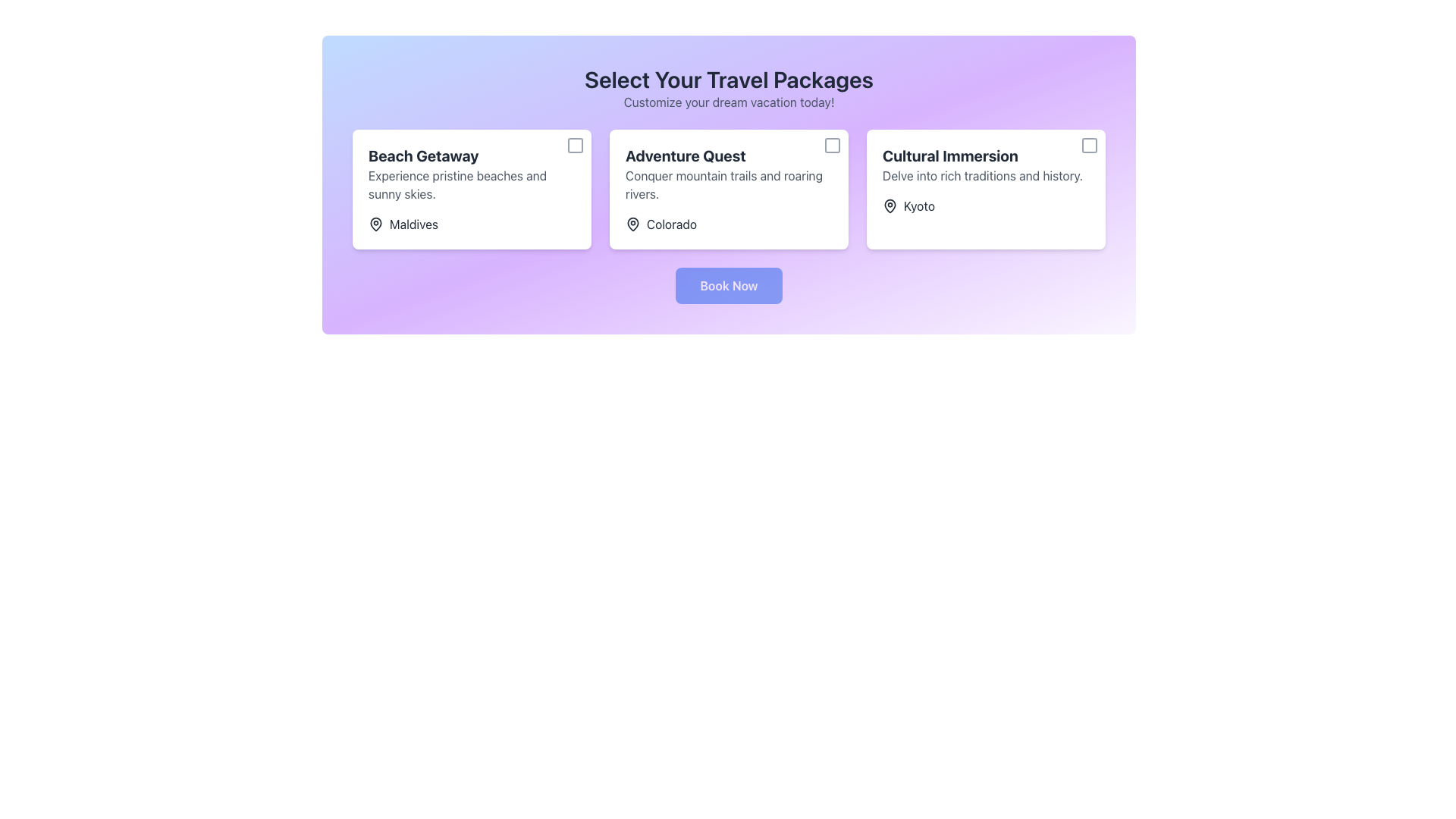 Image resolution: width=1456 pixels, height=819 pixels. What do you see at coordinates (375, 224) in the screenshot?
I see `the pin icon located in the left-most section under the 'Beach Getaway' label, which symbolizes the destination 'Maldives'` at bounding box center [375, 224].